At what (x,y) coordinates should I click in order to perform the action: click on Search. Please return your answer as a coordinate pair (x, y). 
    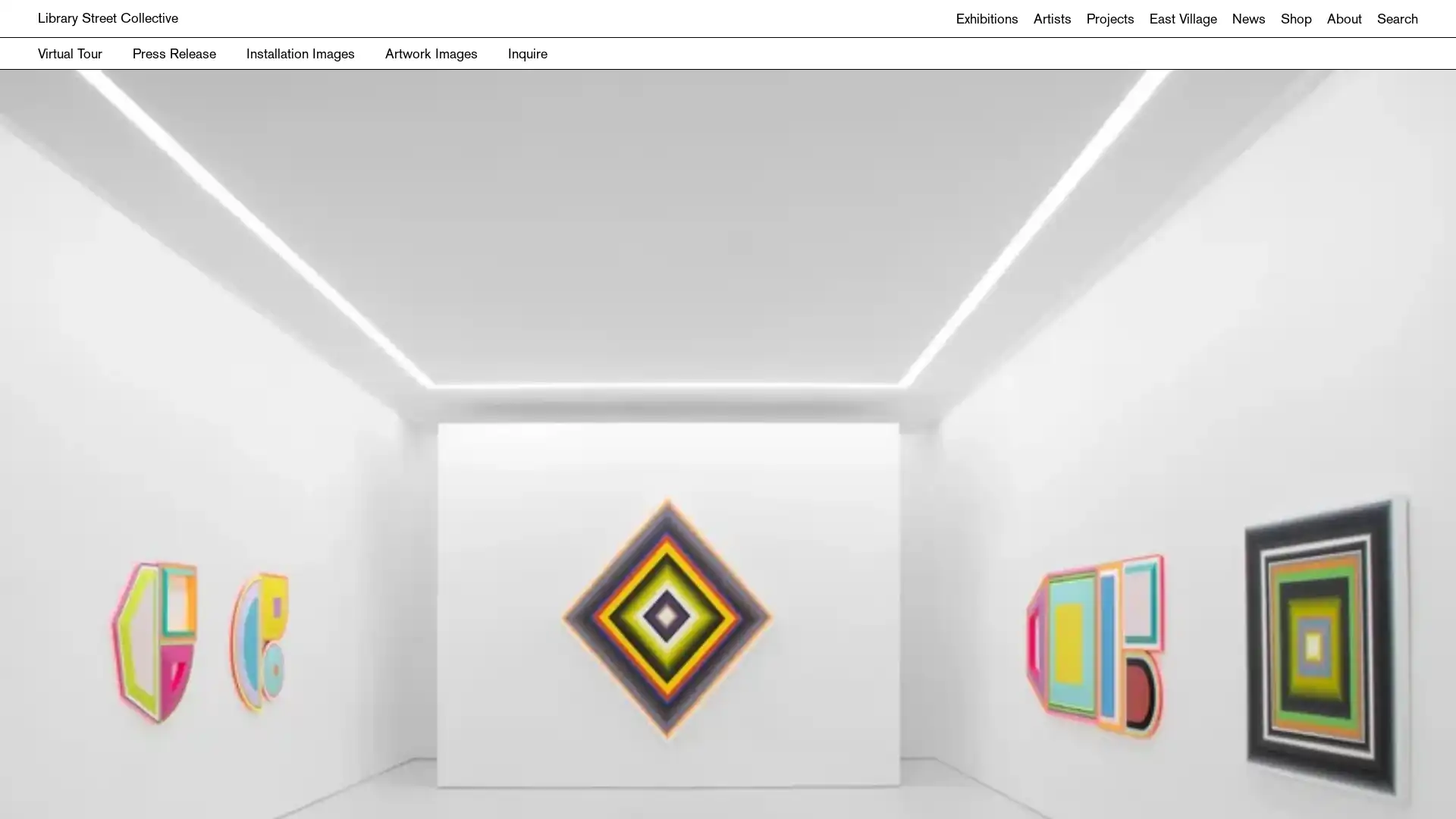
    Looking at the image, I should click on (728, 447).